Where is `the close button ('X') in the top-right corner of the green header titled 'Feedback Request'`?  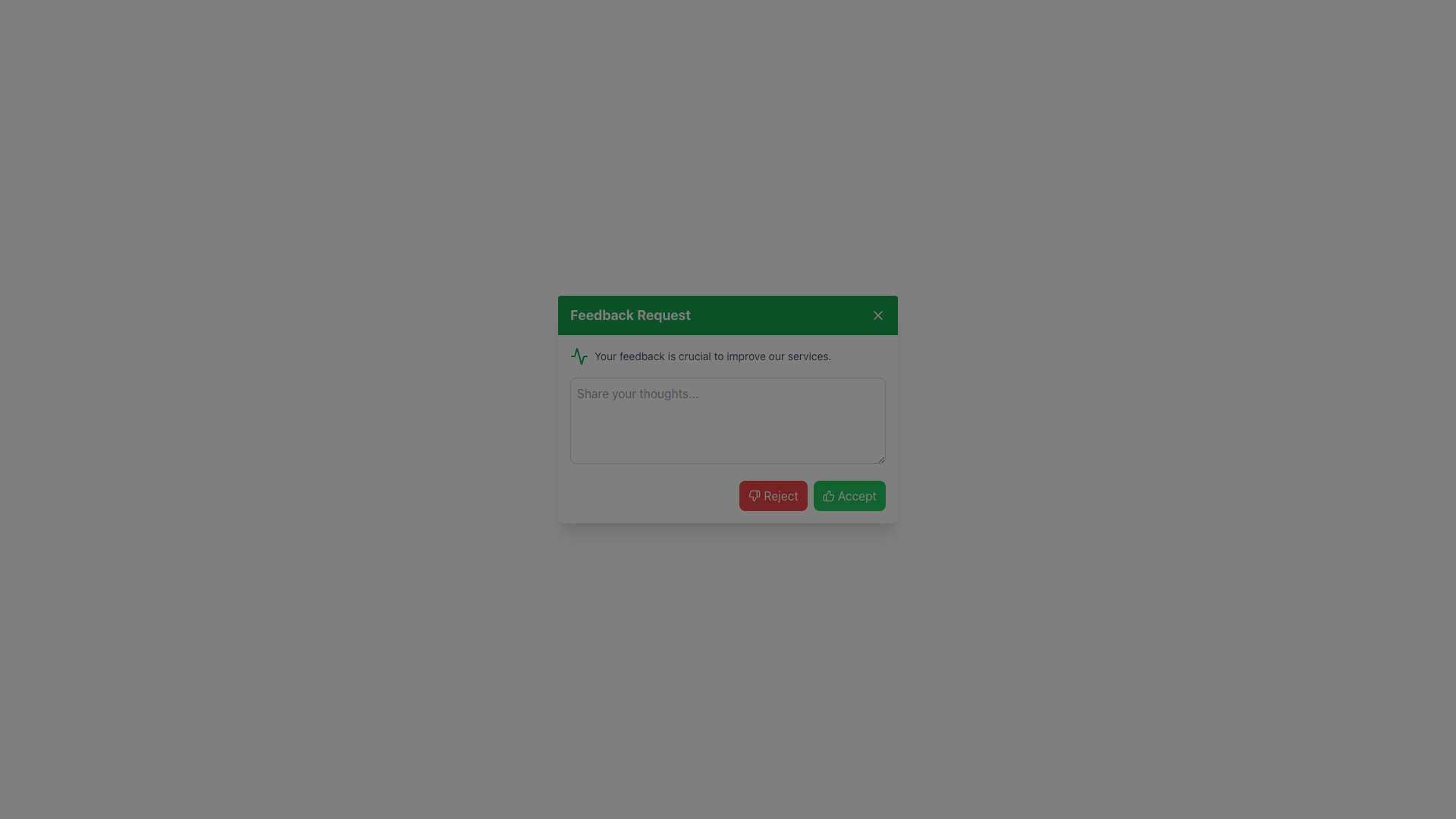 the close button ('X') in the top-right corner of the green header titled 'Feedback Request' is located at coordinates (877, 315).